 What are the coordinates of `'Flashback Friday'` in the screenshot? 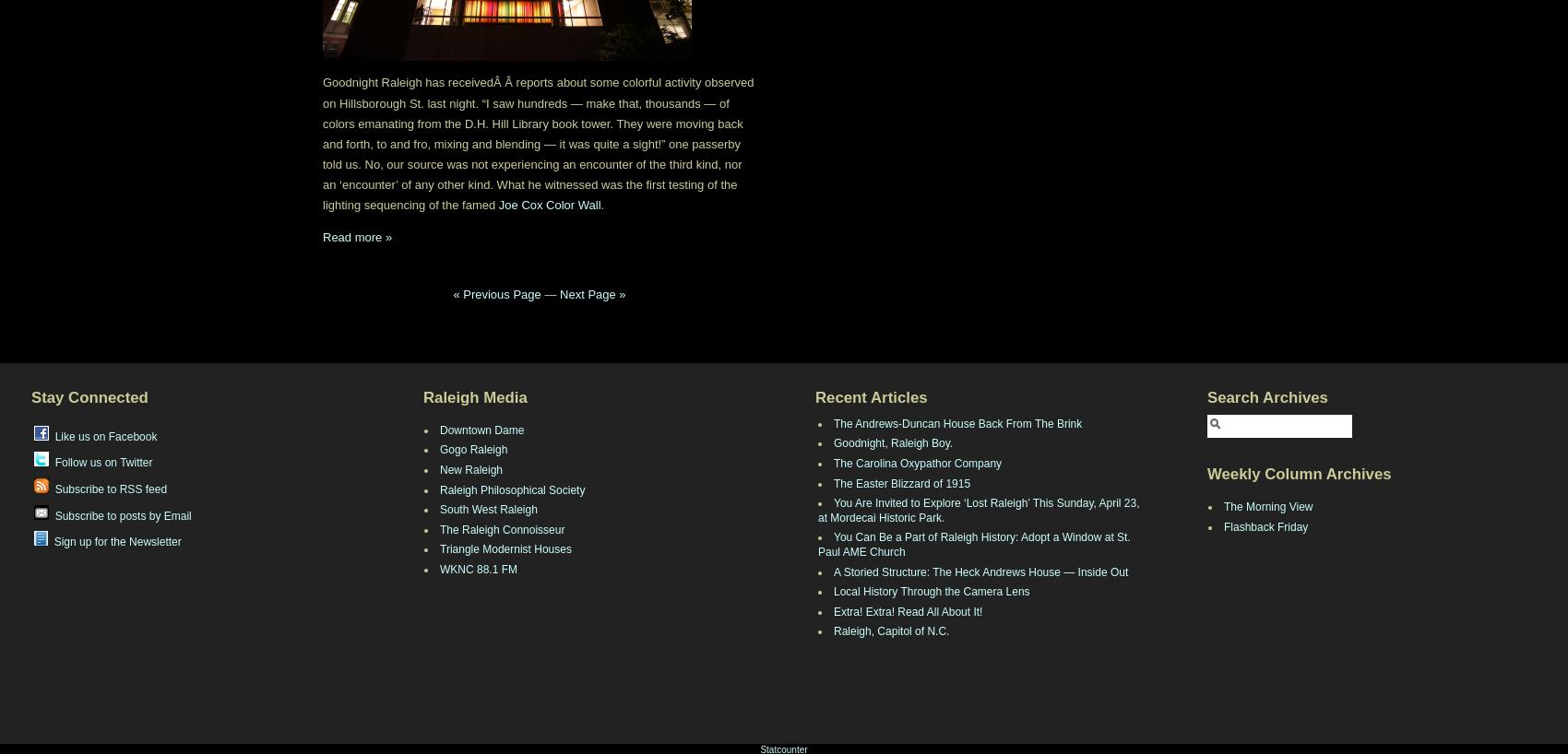 It's located at (1224, 524).